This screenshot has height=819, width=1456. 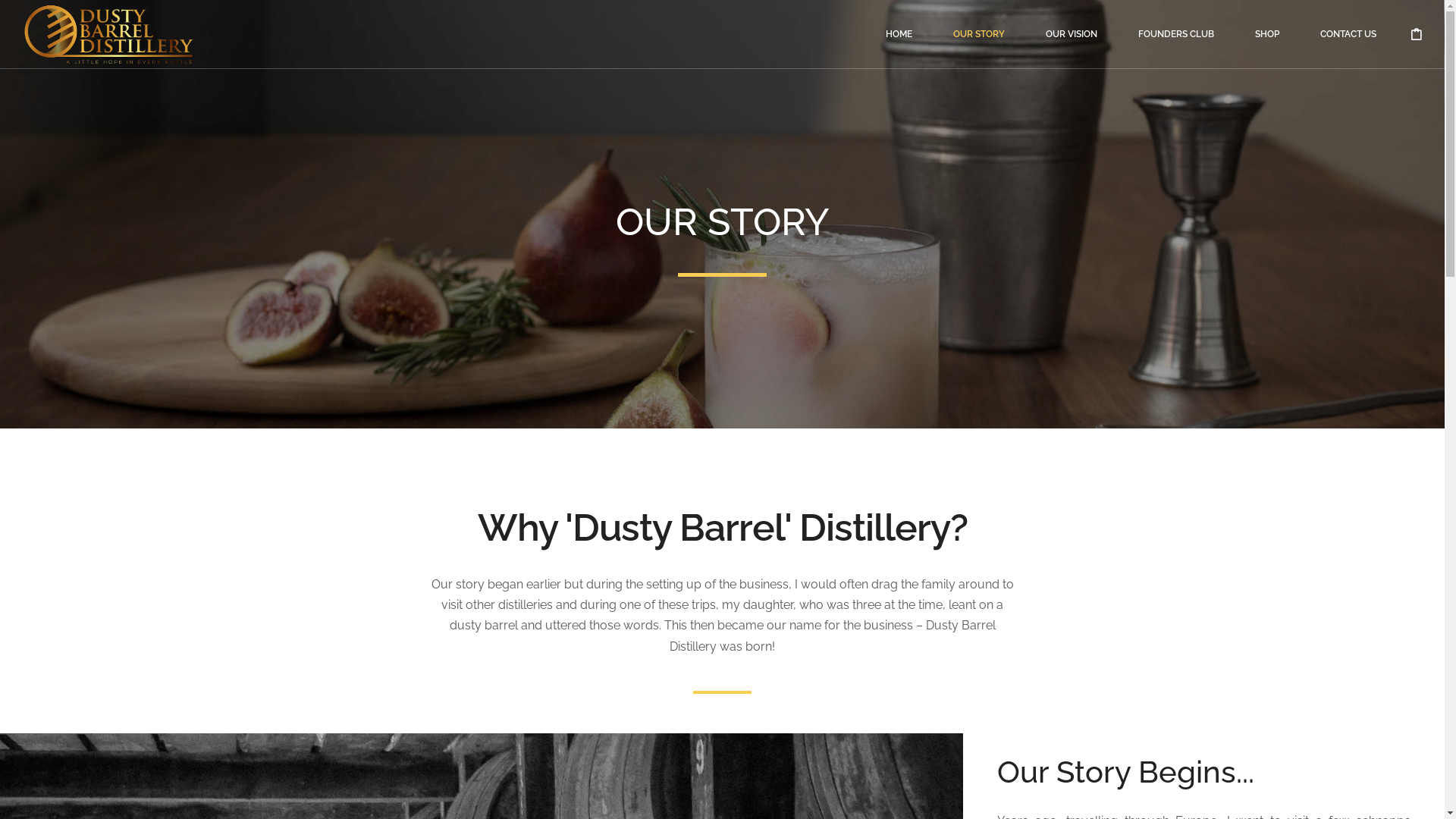 What do you see at coordinates (1301, 45) in the screenshot?
I see `'CONTACT US'` at bounding box center [1301, 45].